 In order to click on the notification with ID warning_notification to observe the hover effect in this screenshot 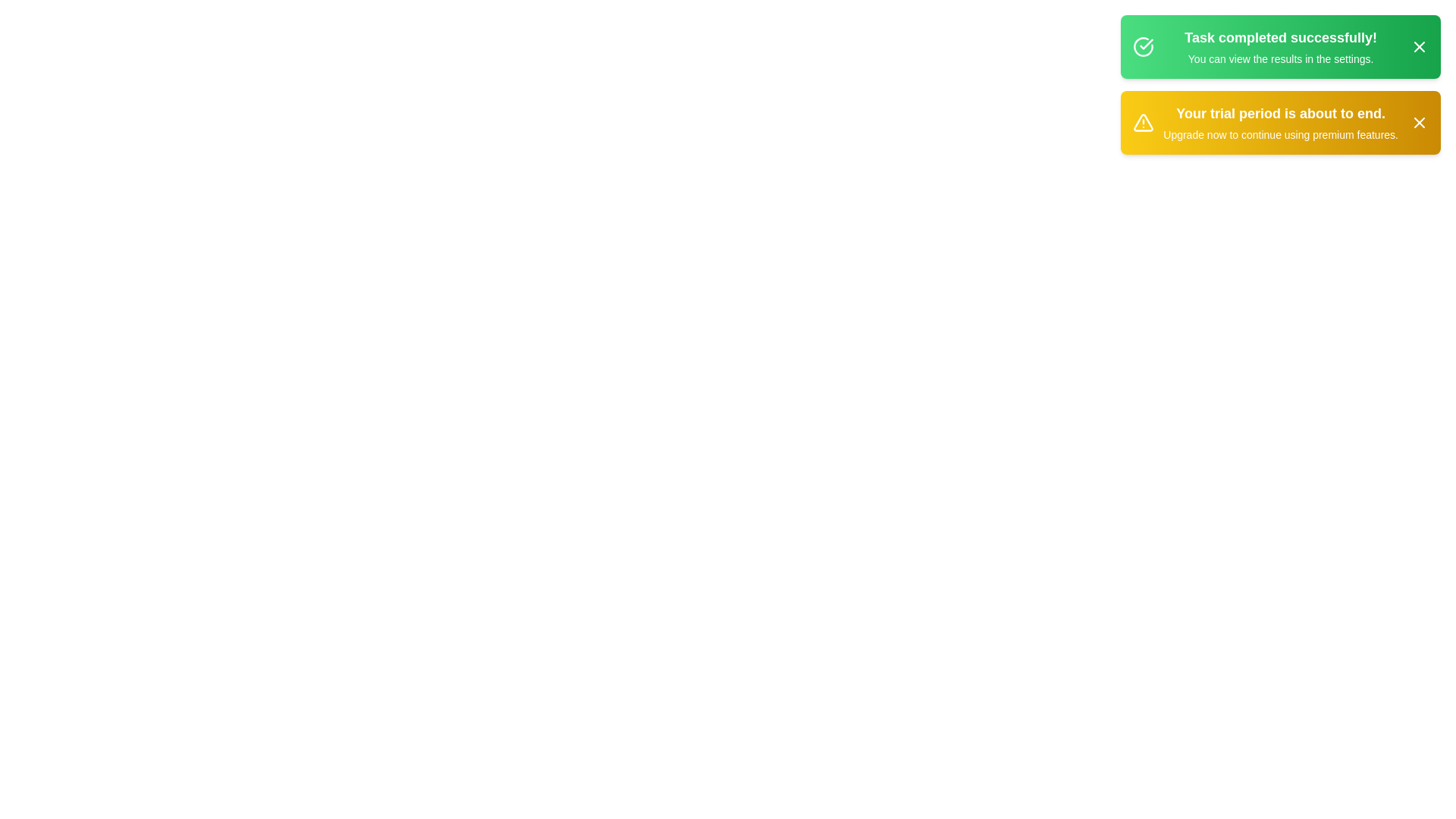, I will do `click(1280, 122)`.